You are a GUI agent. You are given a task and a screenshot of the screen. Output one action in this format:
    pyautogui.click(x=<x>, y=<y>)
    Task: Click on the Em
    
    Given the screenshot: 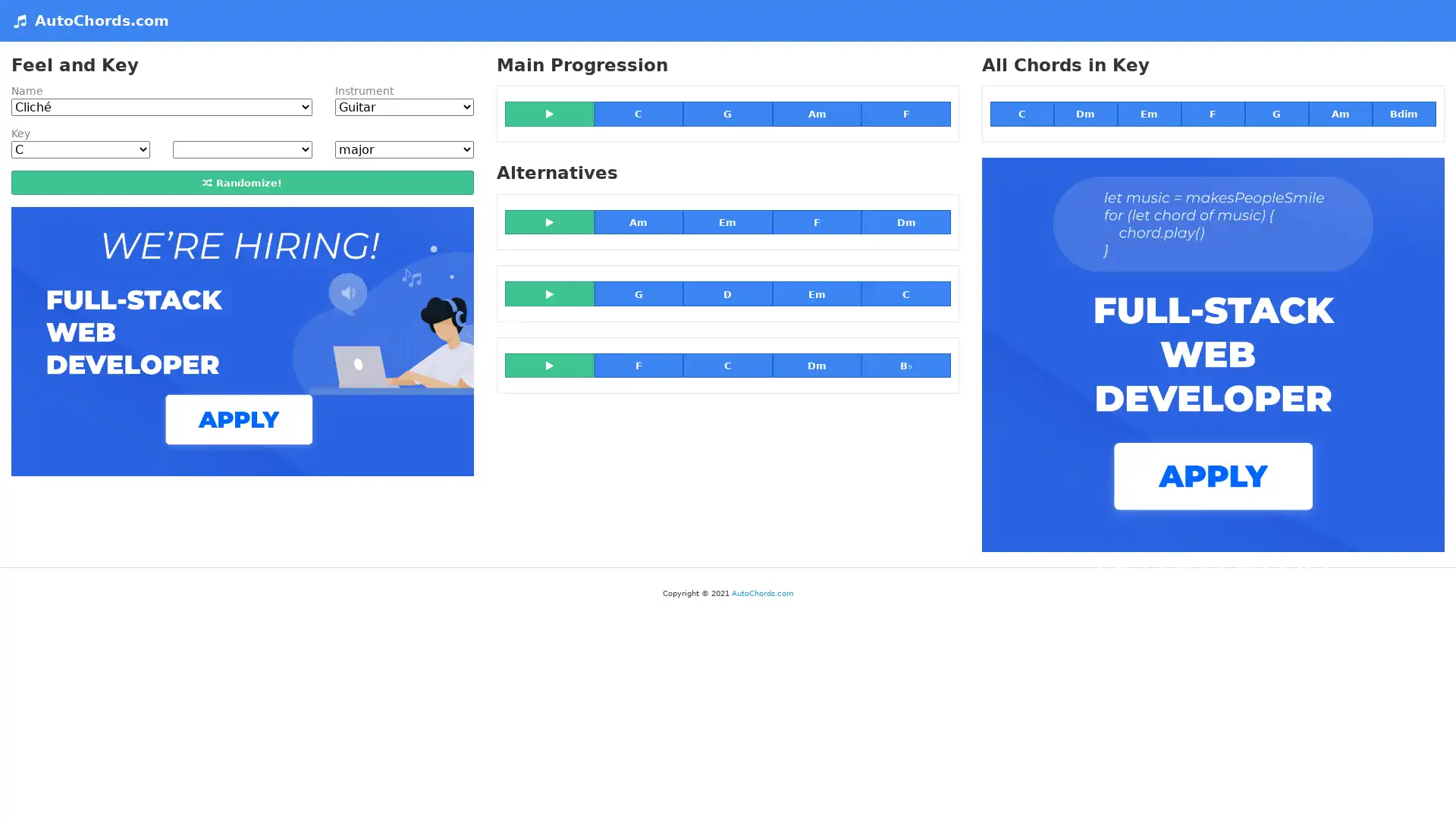 What is the action you would take?
    pyautogui.click(x=1149, y=113)
    